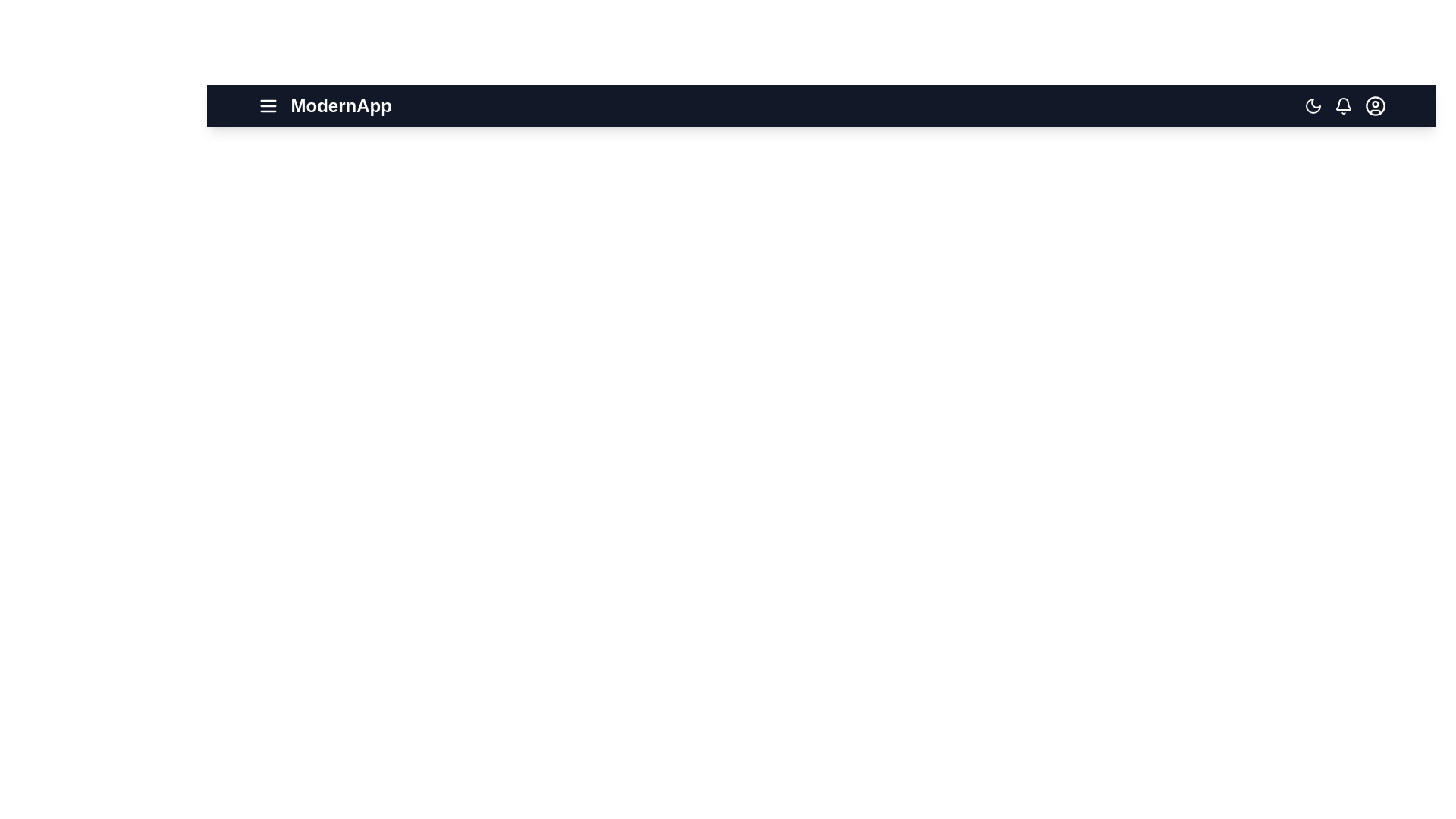  Describe the element at coordinates (268, 105) in the screenshot. I see `the menu icon to open the menu` at that location.